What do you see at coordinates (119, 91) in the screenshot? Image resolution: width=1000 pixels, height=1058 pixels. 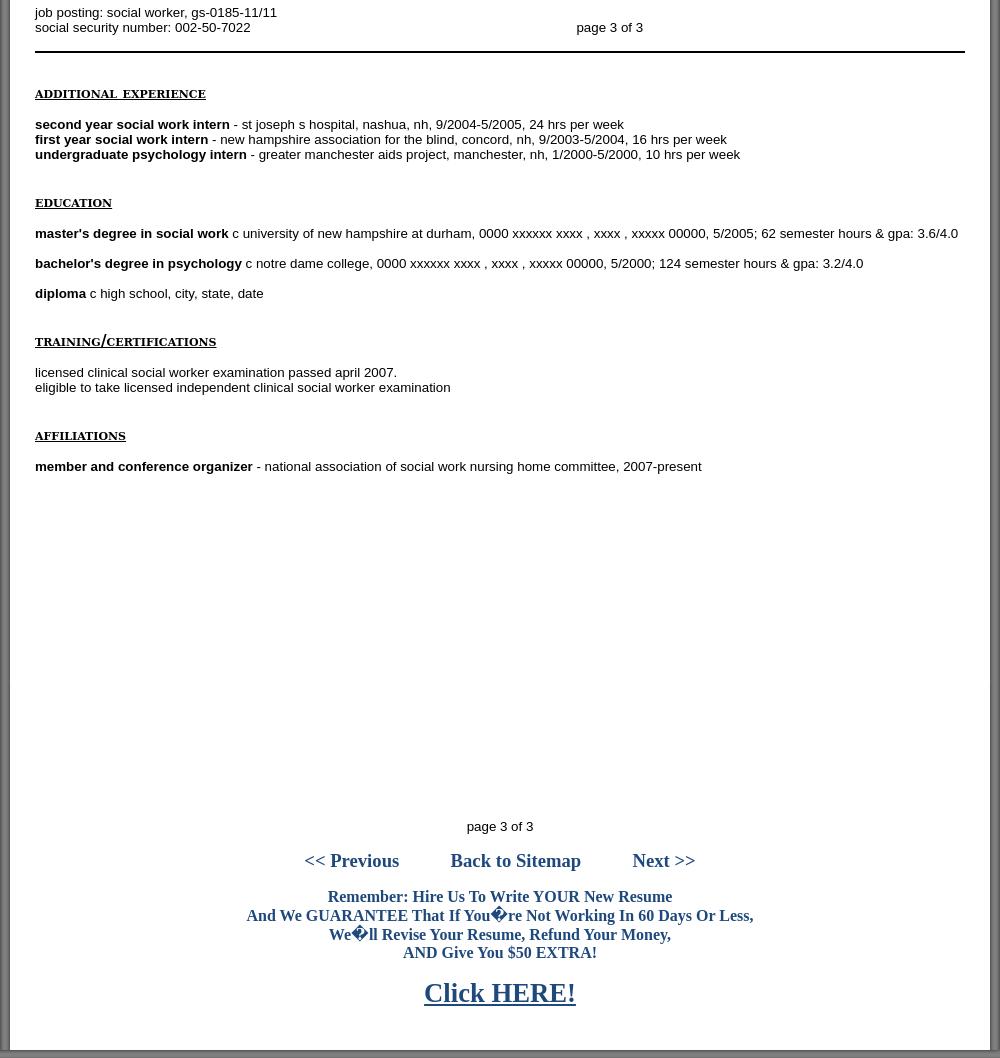 I see `'additional experience'` at bounding box center [119, 91].